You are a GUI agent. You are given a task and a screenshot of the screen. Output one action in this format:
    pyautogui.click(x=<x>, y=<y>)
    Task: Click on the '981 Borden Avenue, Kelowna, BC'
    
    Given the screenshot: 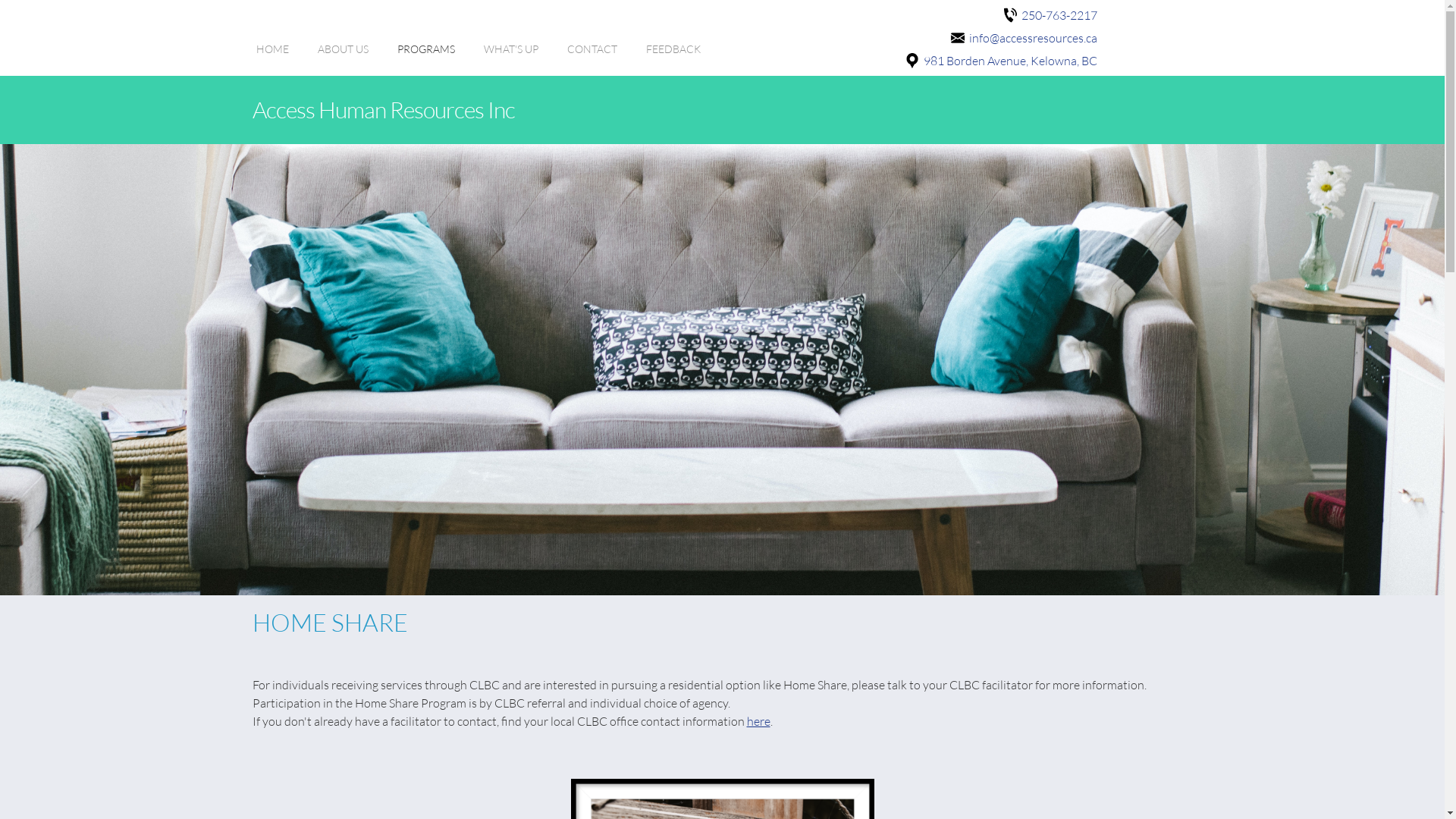 What is the action you would take?
    pyautogui.click(x=1006, y=60)
    